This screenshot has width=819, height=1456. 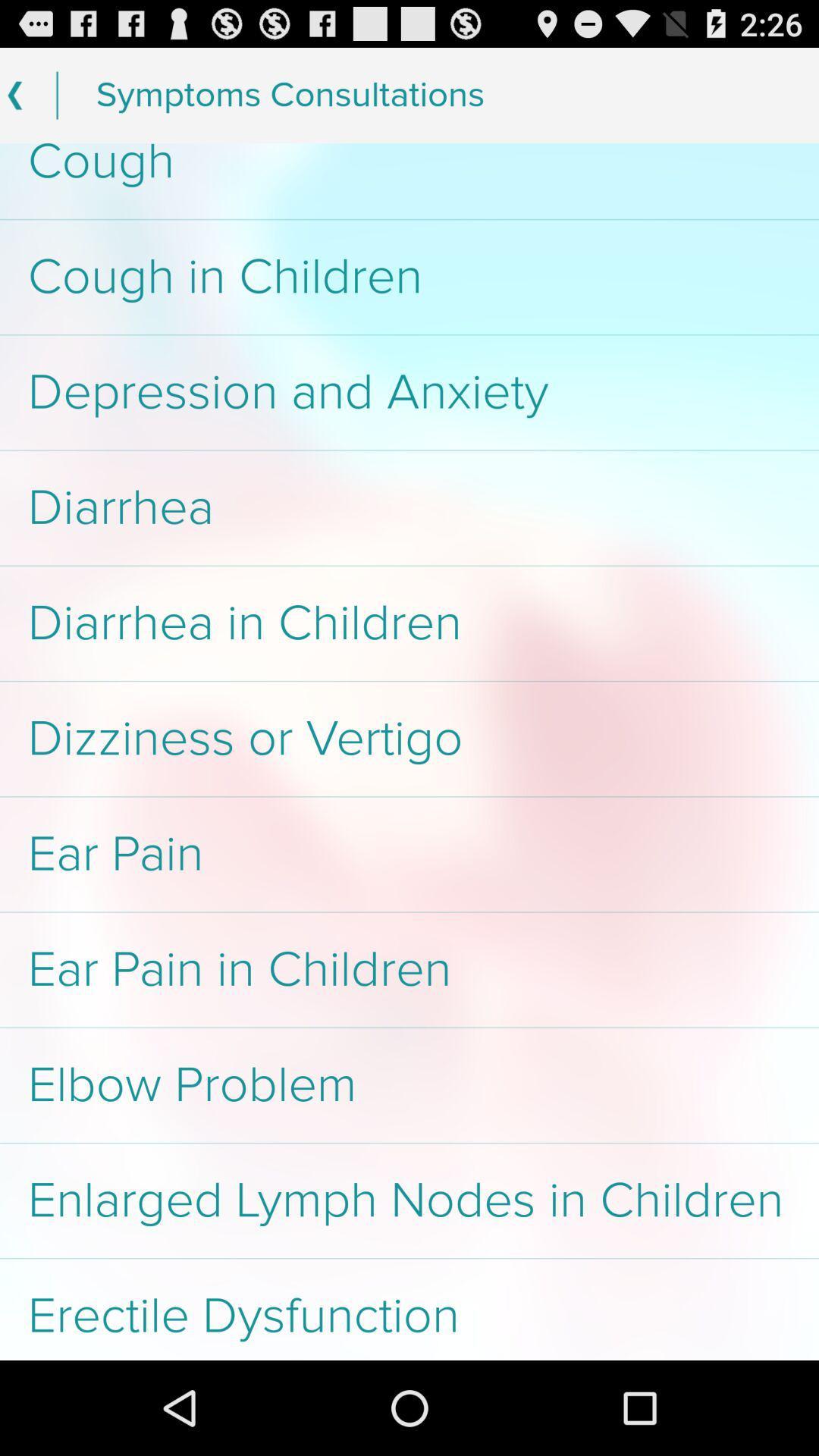 What do you see at coordinates (409, 1084) in the screenshot?
I see `the elbow problem icon` at bounding box center [409, 1084].